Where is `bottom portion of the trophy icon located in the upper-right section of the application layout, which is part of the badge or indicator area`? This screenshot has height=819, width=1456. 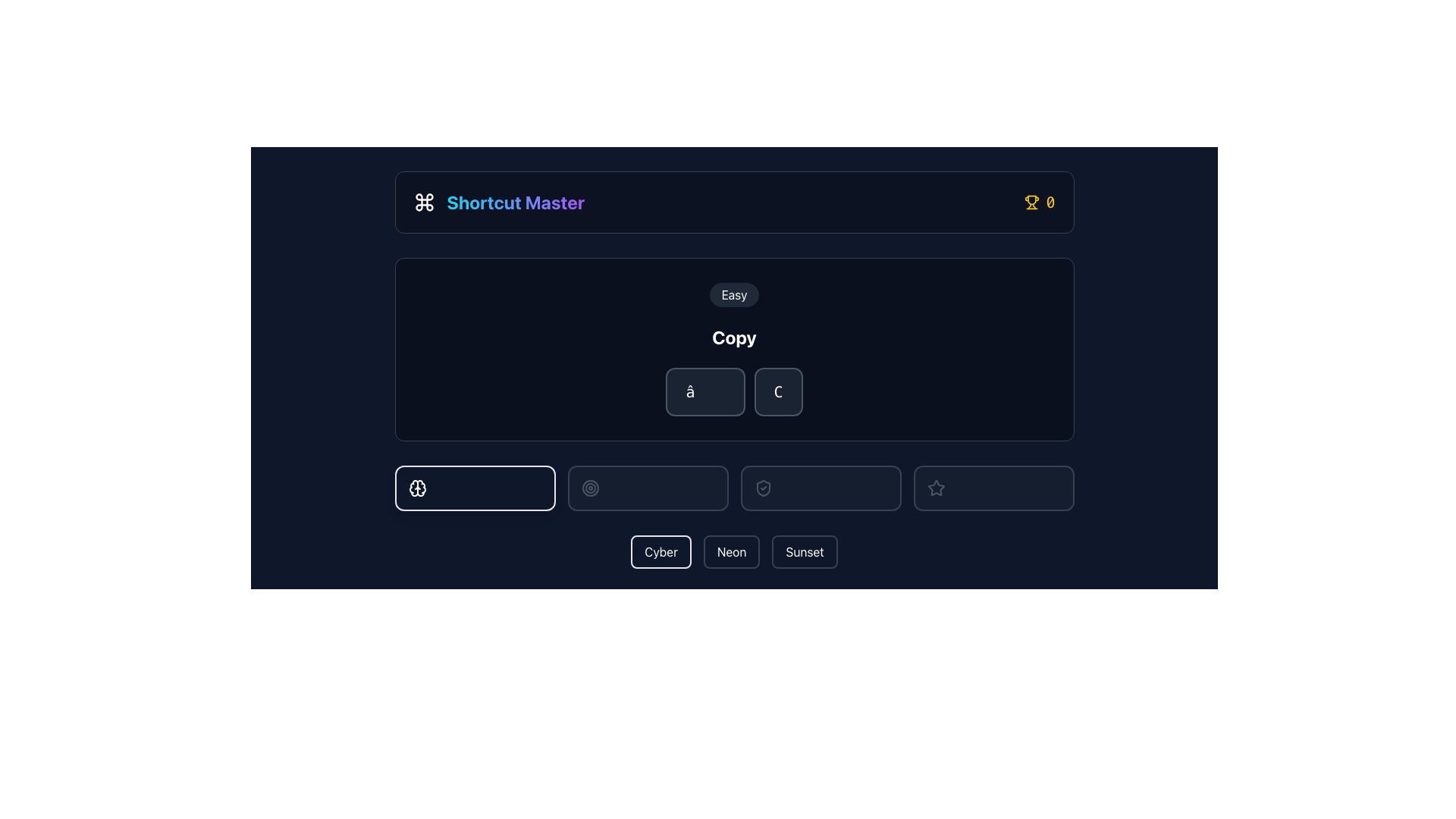 bottom portion of the trophy icon located in the upper-right section of the application layout, which is part of the badge or indicator area is located at coordinates (1031, 199).